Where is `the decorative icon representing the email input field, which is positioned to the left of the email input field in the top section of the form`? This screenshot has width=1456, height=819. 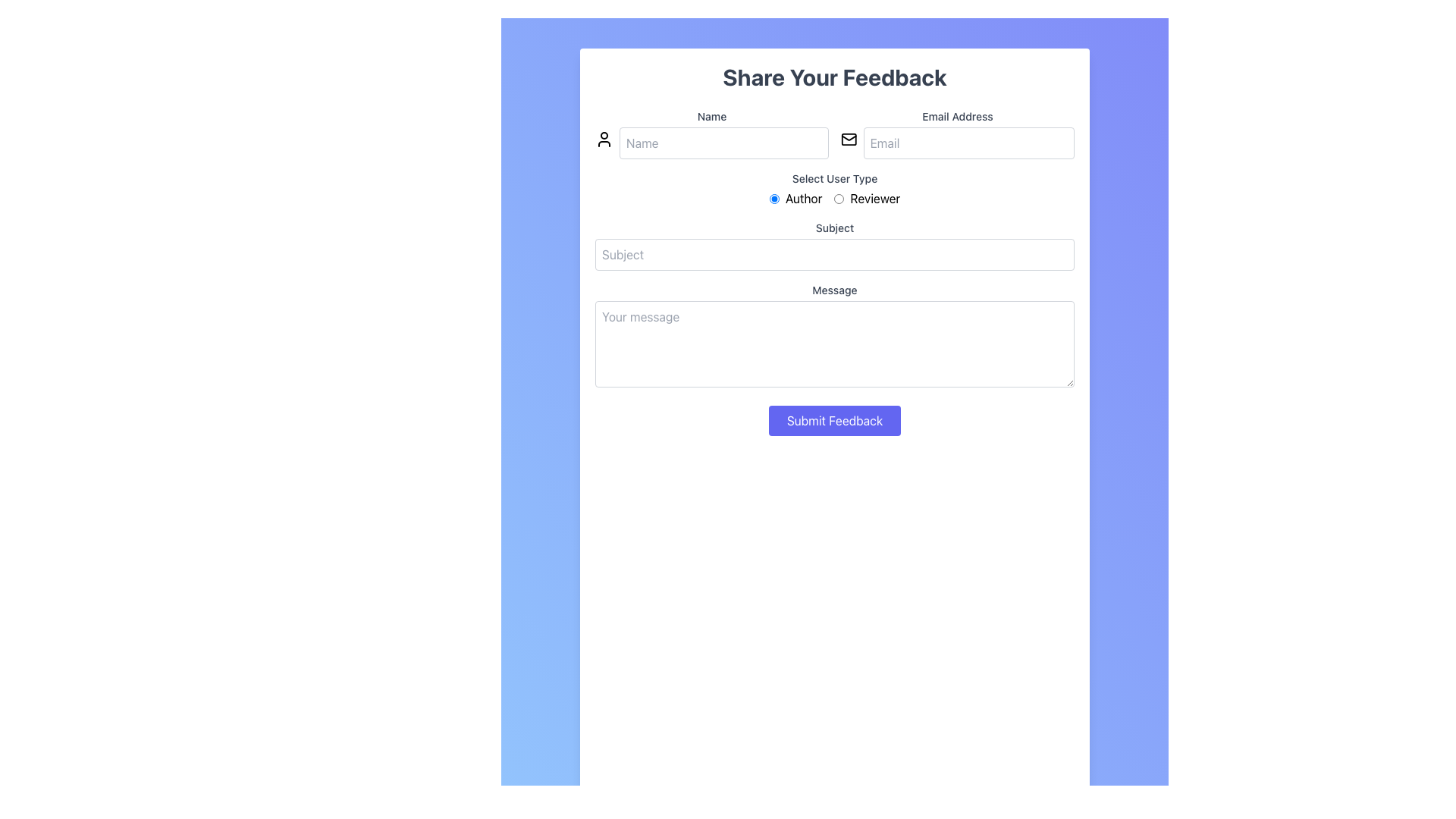 the decorative icon representing the email input field, which is positioned to the left of the email input field in the top section of the form is located at coordinates (848, 140).